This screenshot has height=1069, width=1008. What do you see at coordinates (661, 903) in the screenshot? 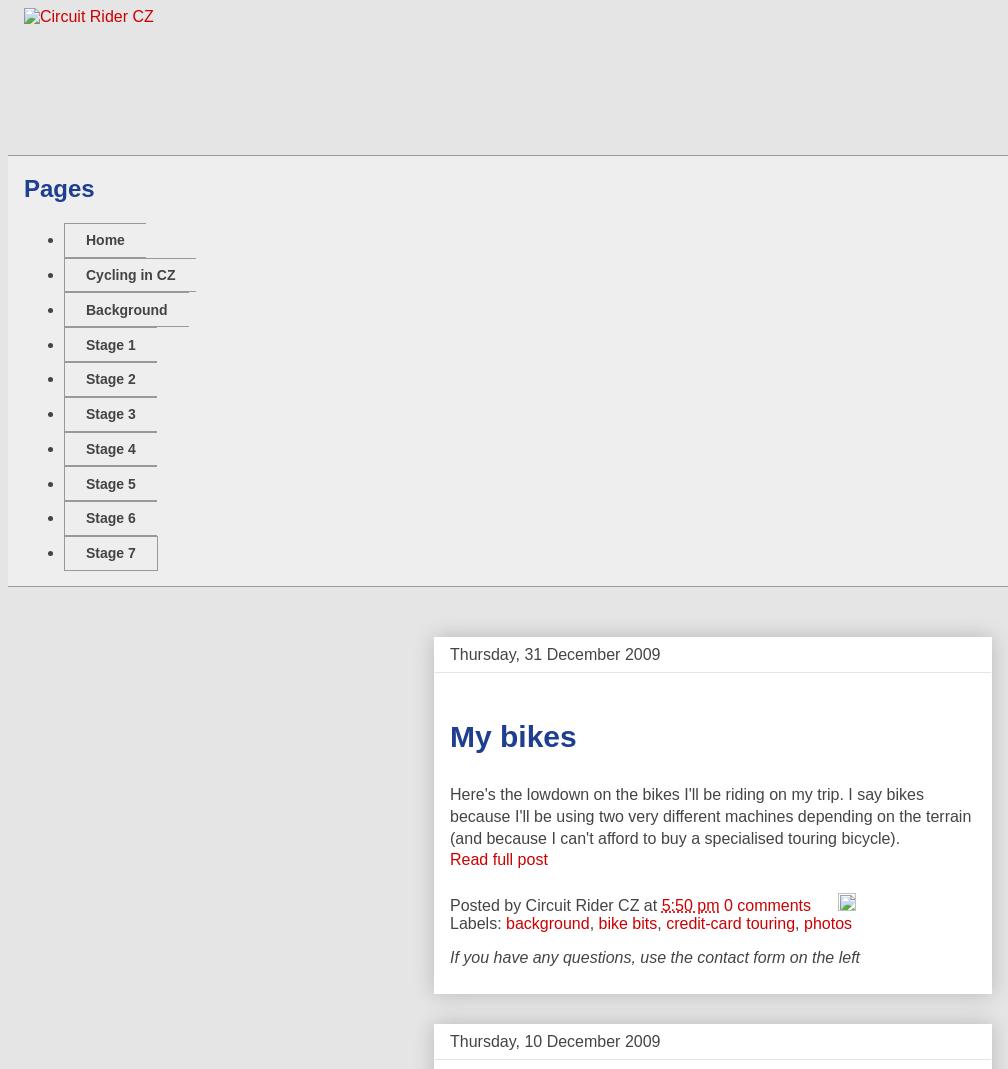
I see `'5:50 pm'` at bounding box center [661, 903].